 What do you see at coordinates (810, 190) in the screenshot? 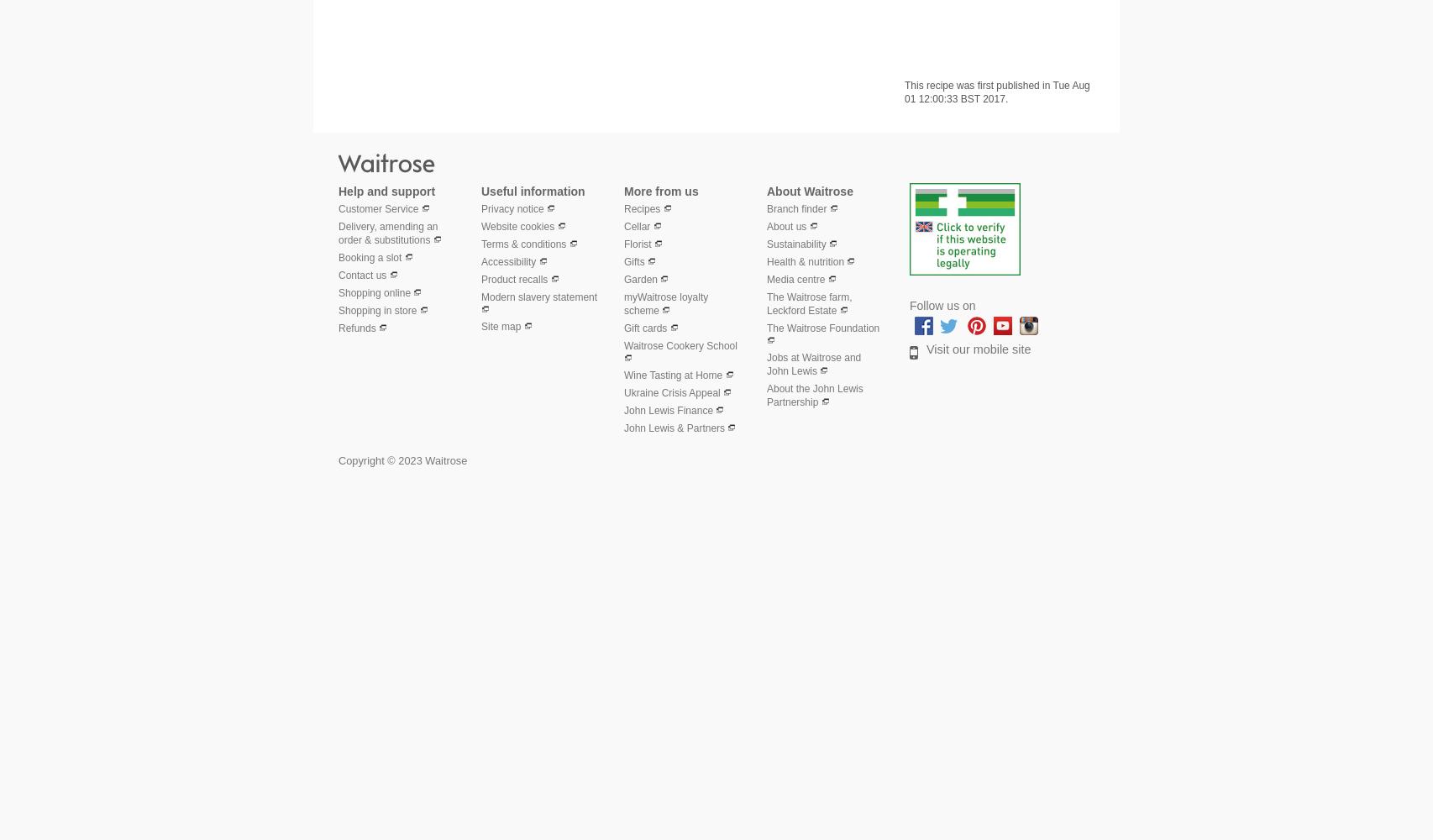
I see `'About Waitrose'` at bounding box center [810, 190].